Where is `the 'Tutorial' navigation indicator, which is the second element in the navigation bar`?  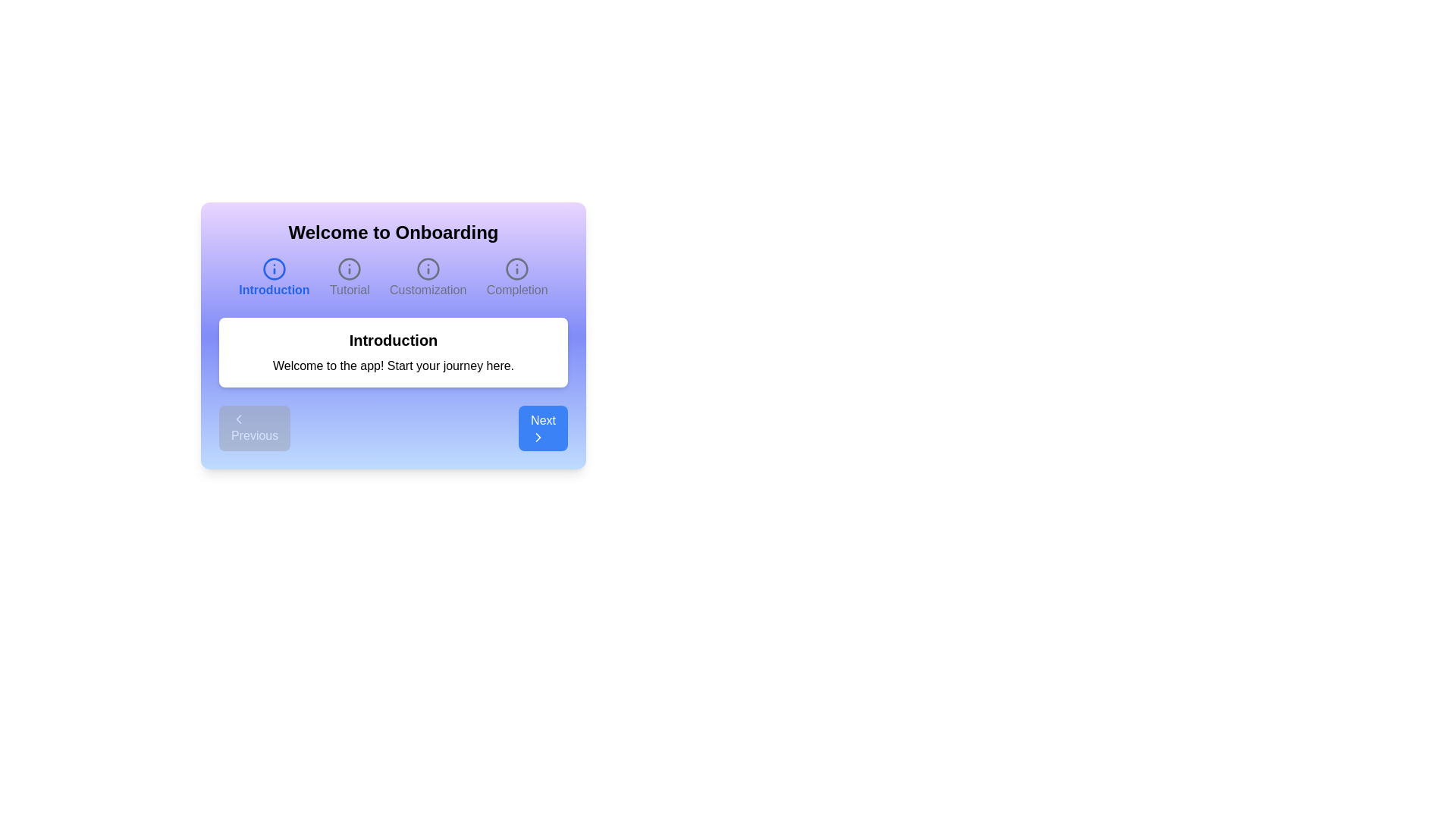 the 'Tutorial' navigation indicator, which is the second element in the navigation bar is located at coordinates (349, 278).